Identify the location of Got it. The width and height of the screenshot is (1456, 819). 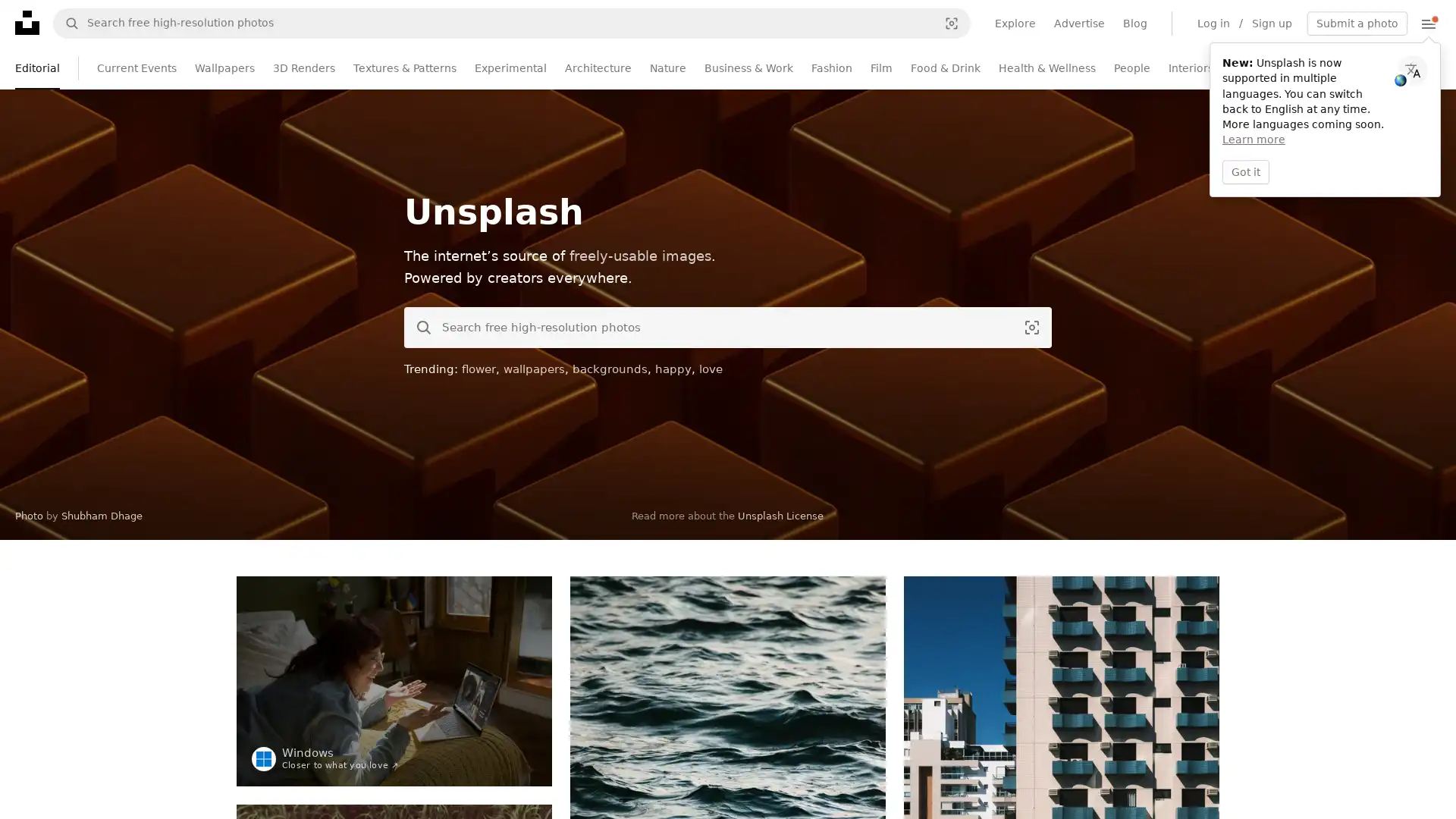
(1245, 171).